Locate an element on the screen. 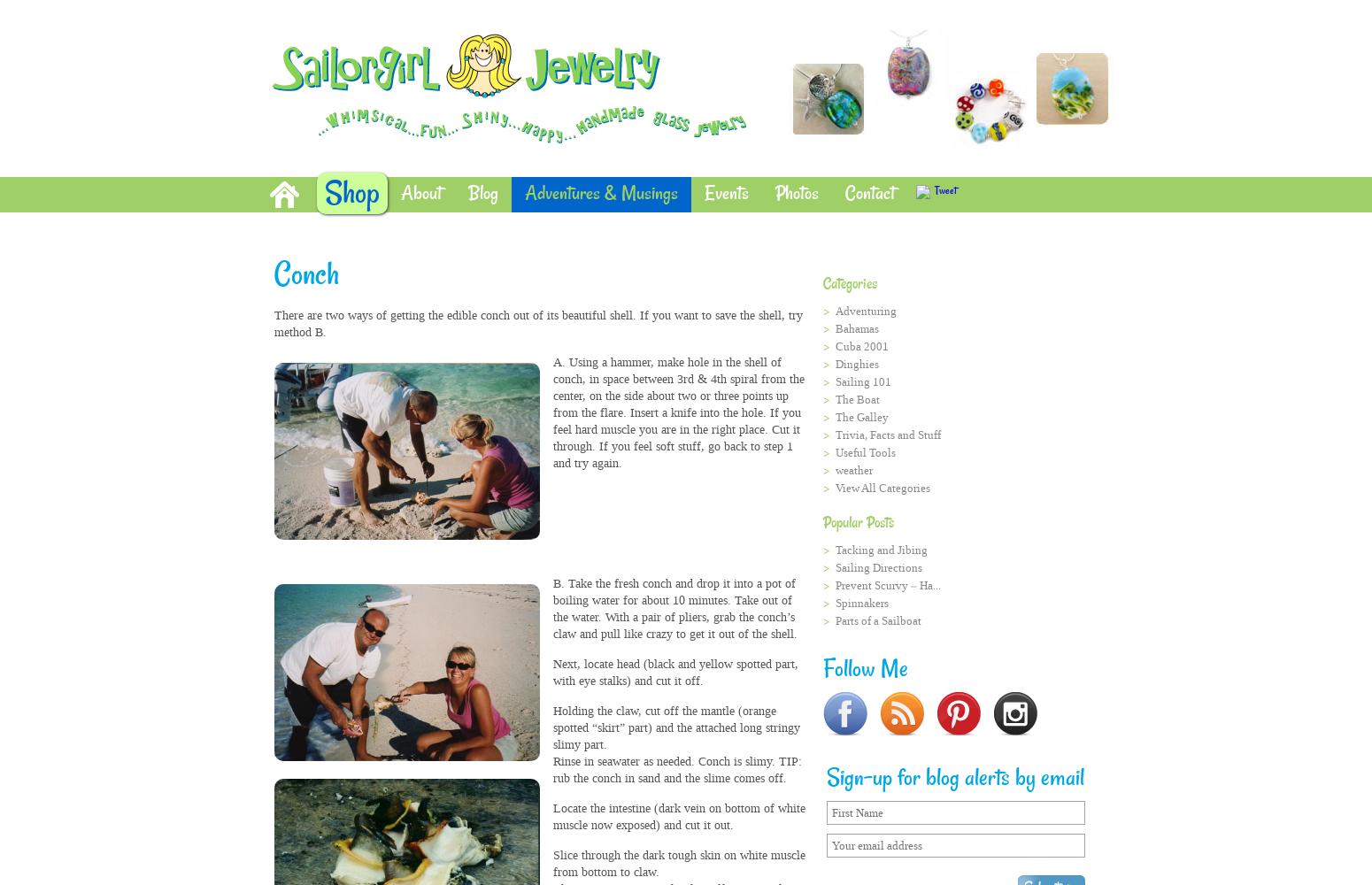  'Holding the claw, cut off the mantle (orange spotted “skirt” part) and the attached long stringy slimy part.' is located at coordinates (676, 727).